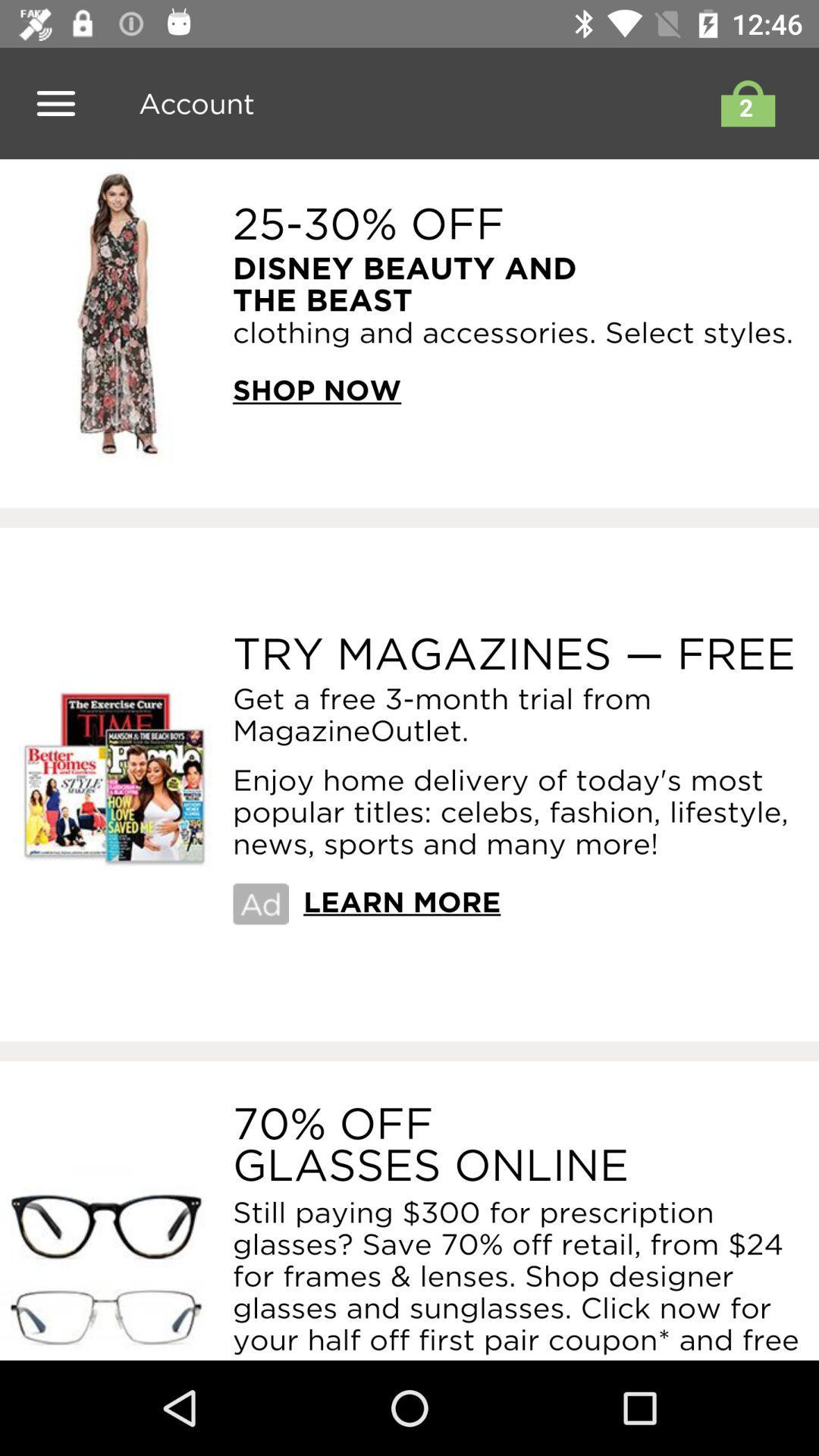  Describe the element at coordinates (743, 102) in the screenshot. I see `cart` at that location.